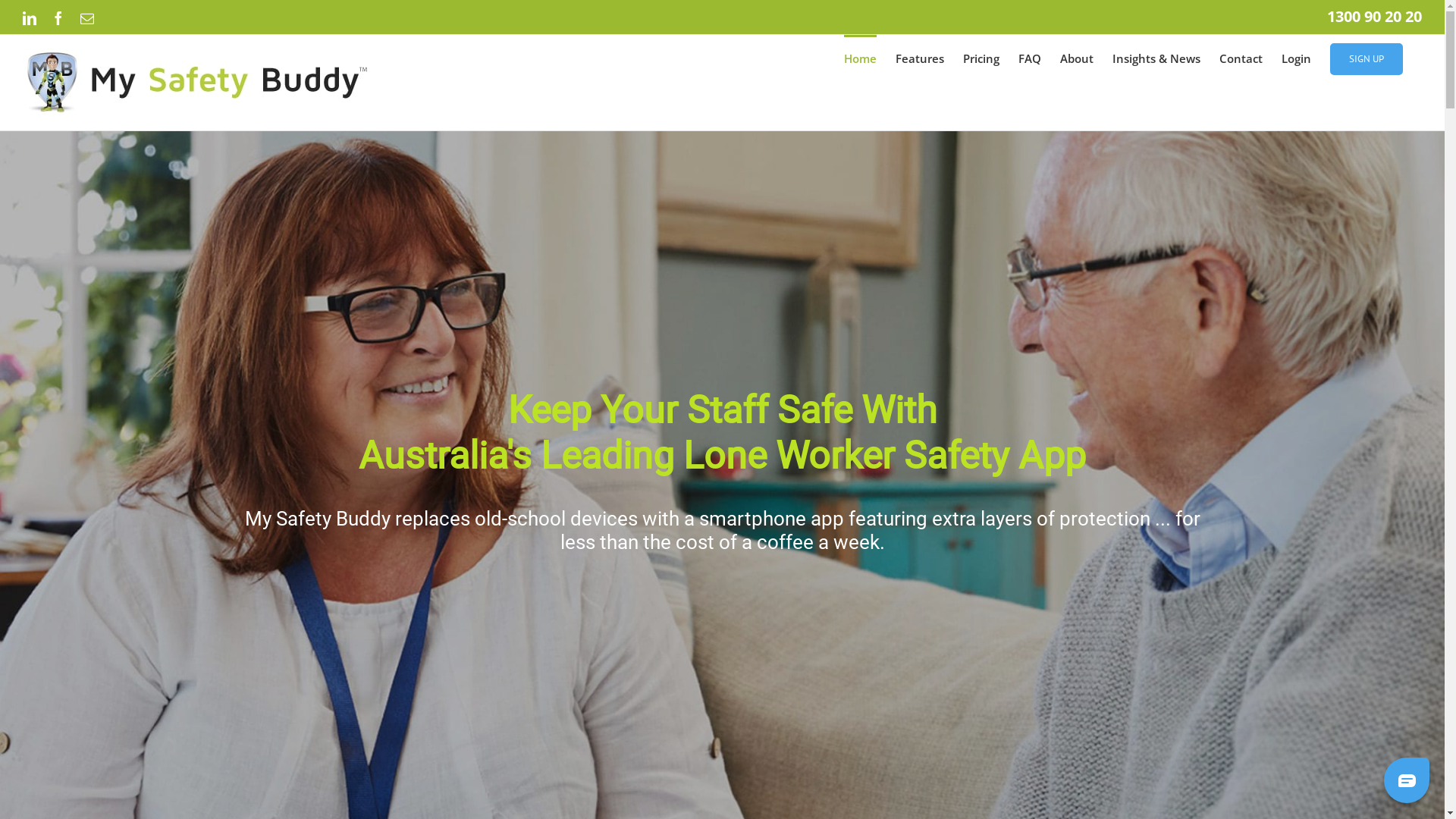  What do you see at coordinates (29, 17) in the screenshot?
I see `'LinkedIn'` at bounding box center [29, 17].